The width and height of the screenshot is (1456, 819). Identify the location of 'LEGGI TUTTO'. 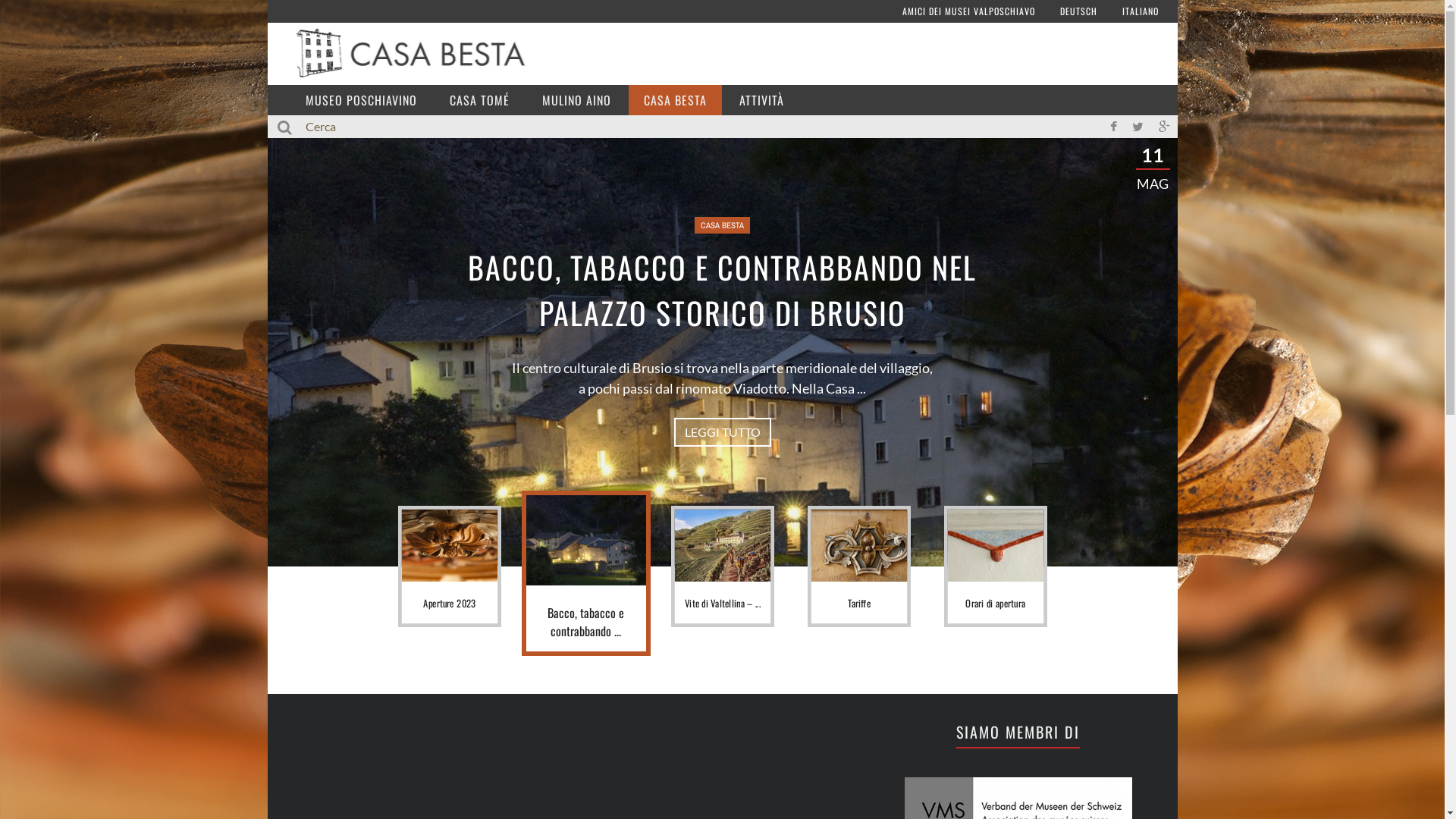
(720, 432).